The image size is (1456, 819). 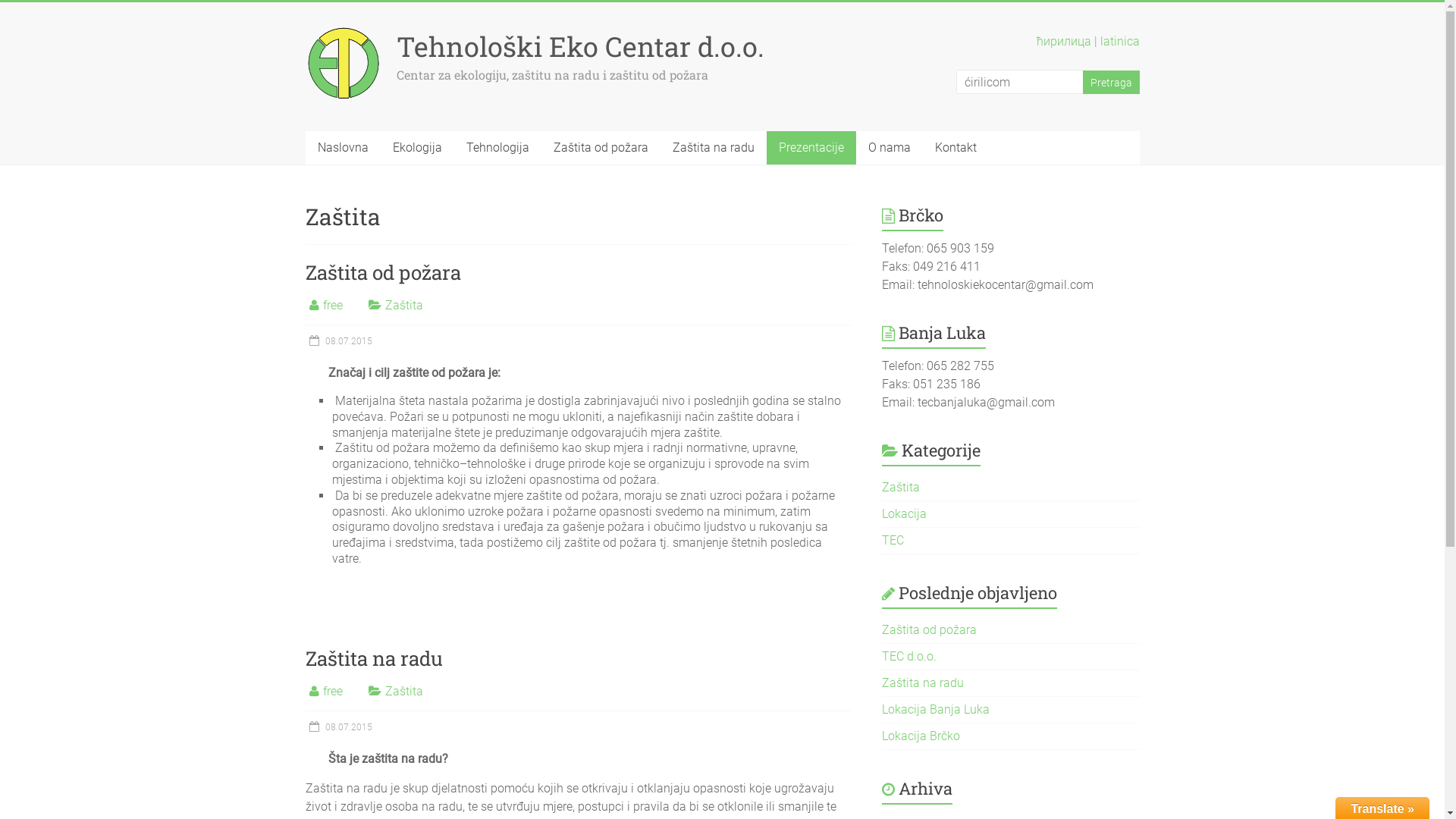 What do you see at coordinates (337, 341) in the screenshot?
I see `'08.07.2015'` at bounding box center [337, 341].